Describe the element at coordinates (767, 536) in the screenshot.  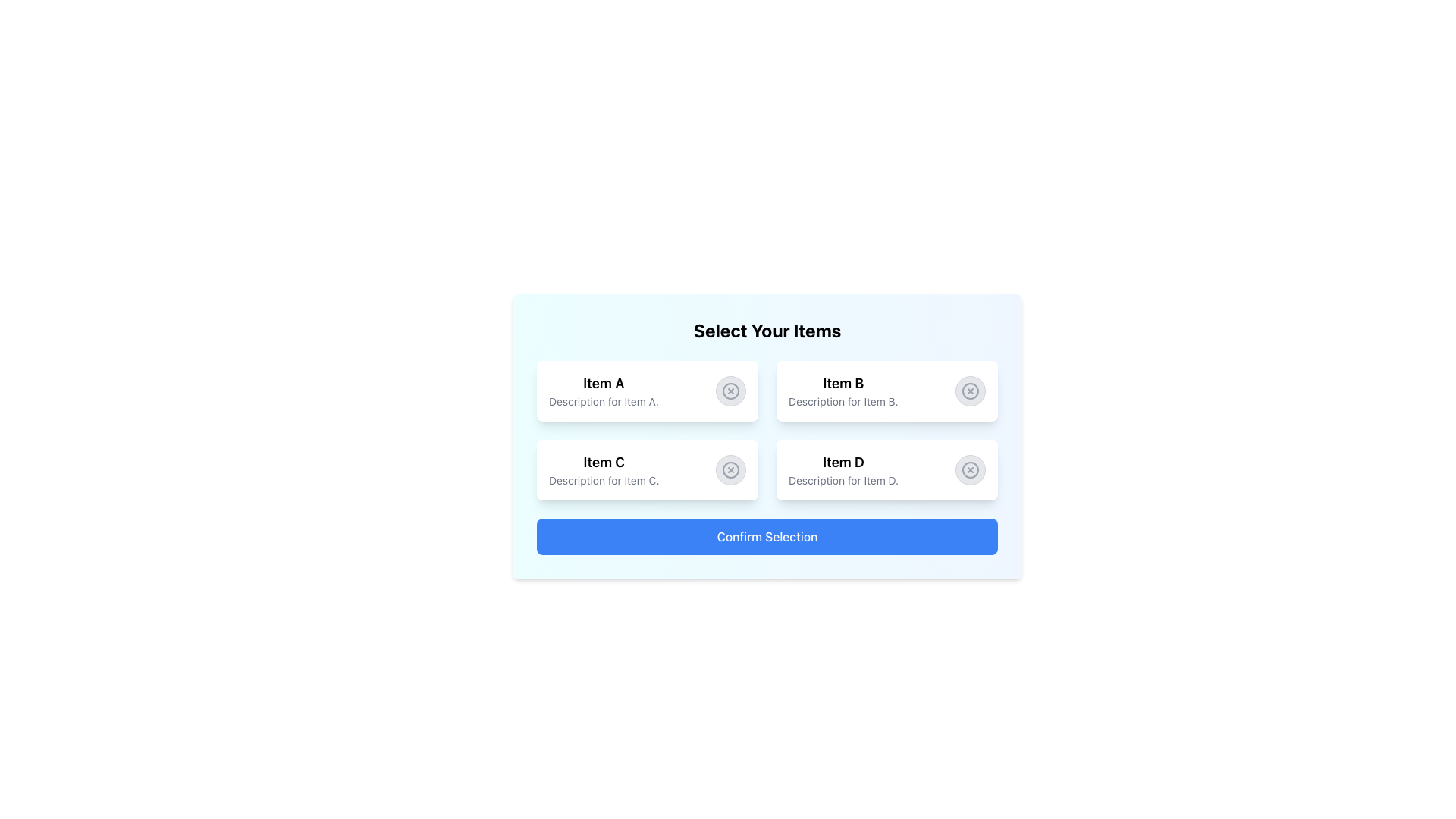
I see `the 'Confirm Selection' button` at that location.